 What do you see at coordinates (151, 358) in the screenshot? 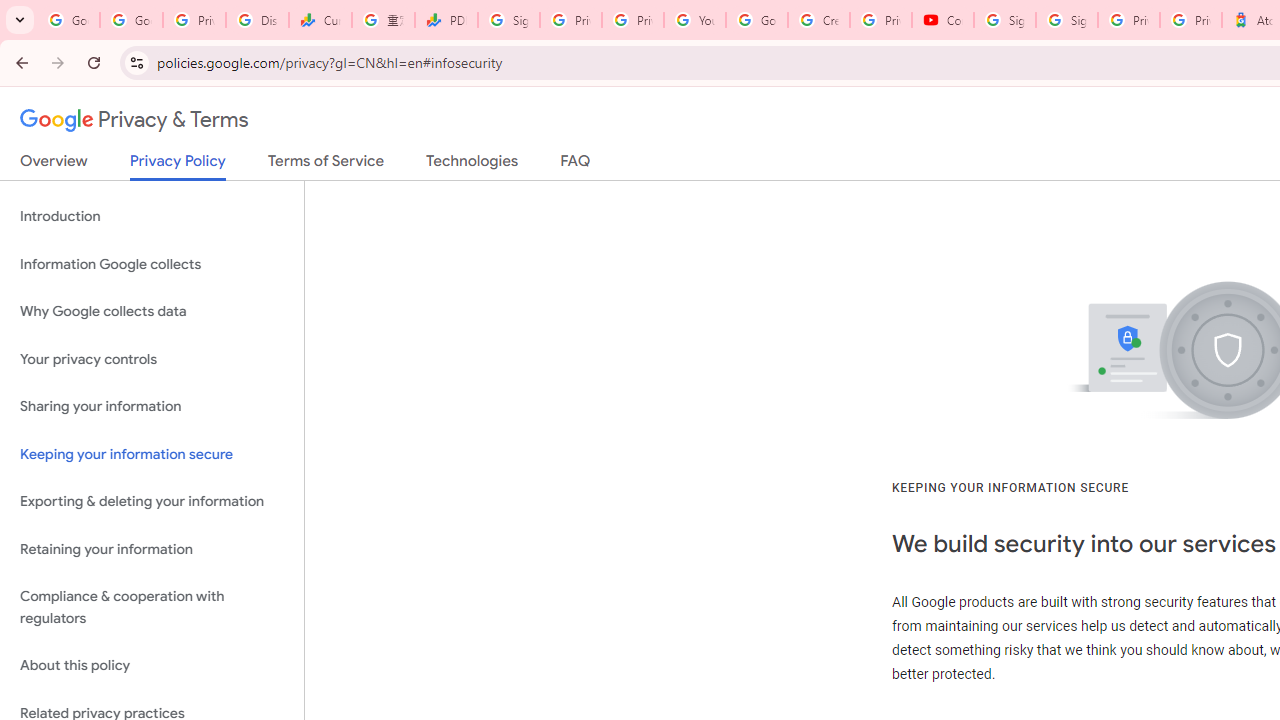
I see `'Your privacy controls'` at bounding box center [151, 358].